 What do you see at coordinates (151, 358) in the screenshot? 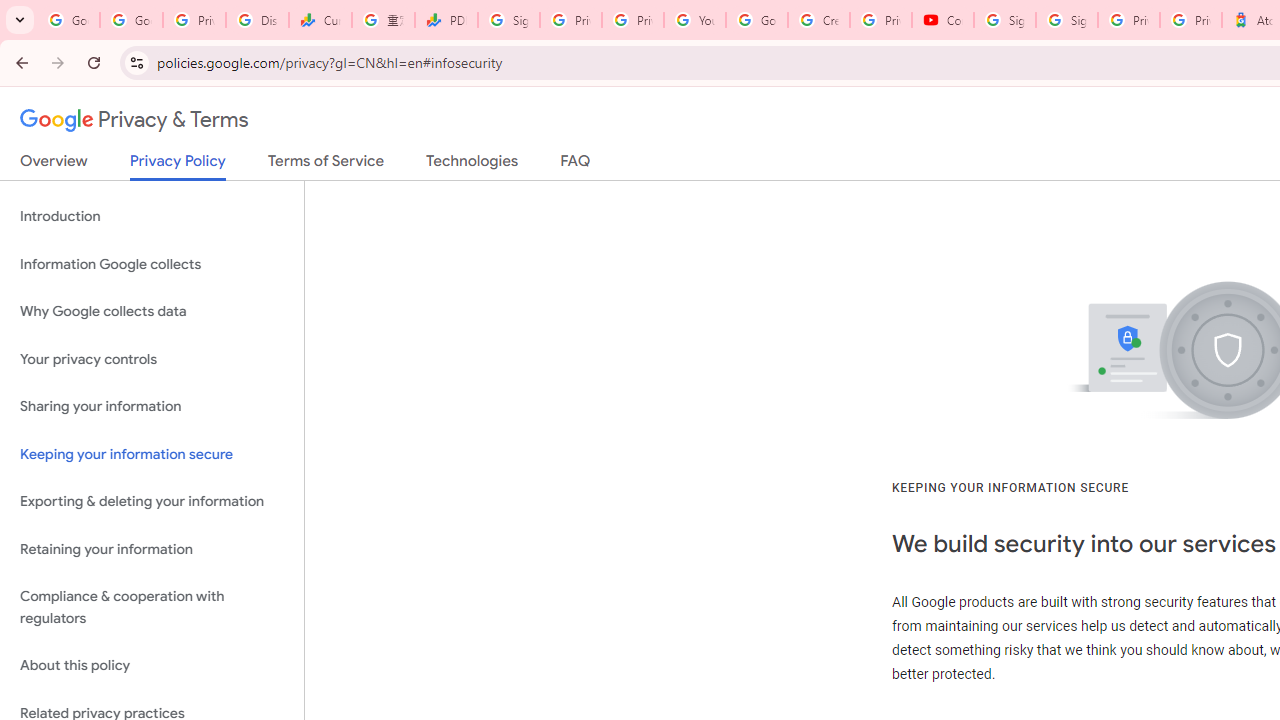
I see `'Your privacy controls'` at bounding box center [151, 358].